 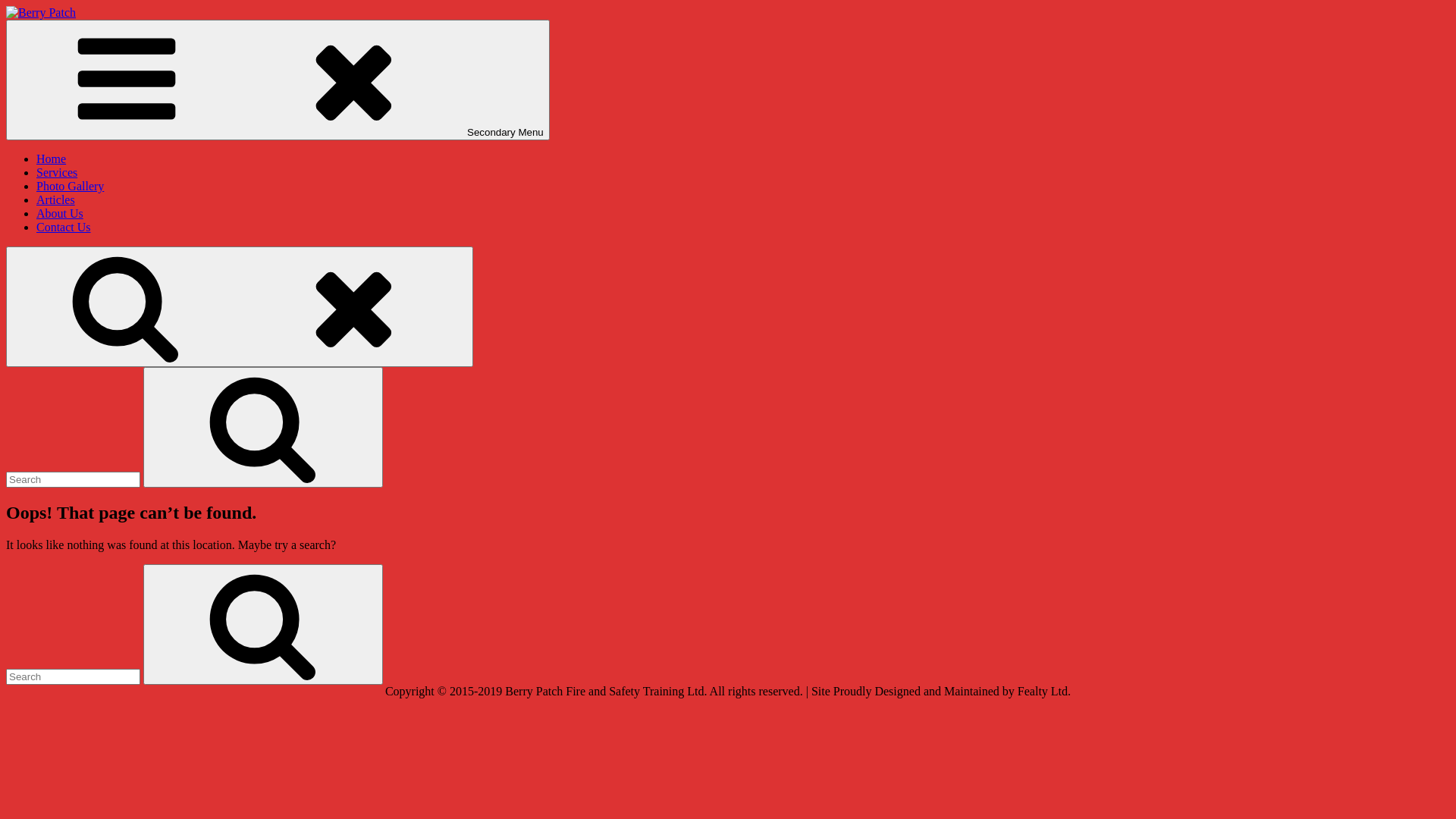 What do you see at coordinates (62, 227) in the screenshot?
I see `'Contact Us'` at bounding box center [62, 227].